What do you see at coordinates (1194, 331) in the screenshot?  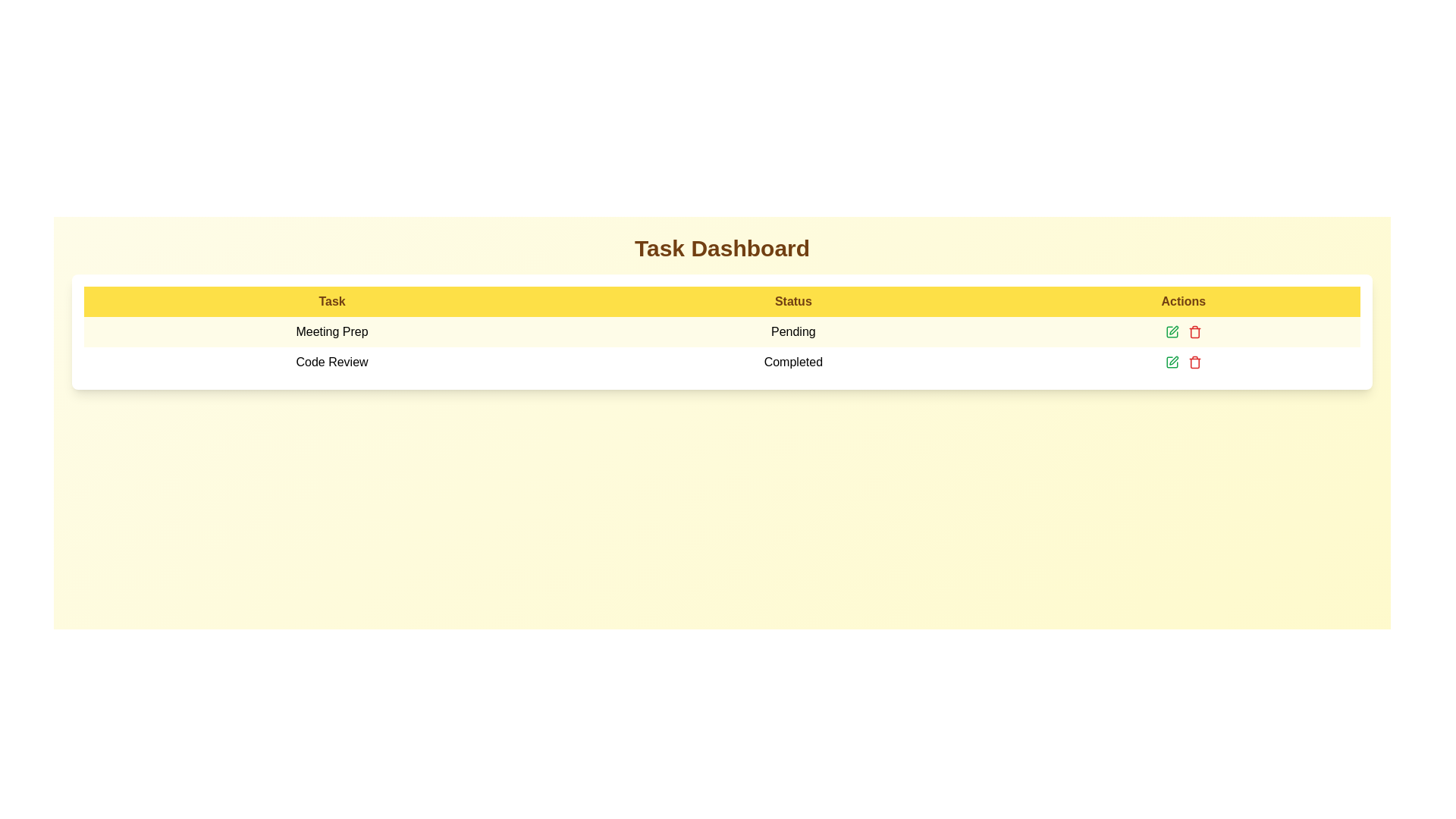 I see `the red trash can icon button, which is the second interactive icon in the 'Actions' column of the second row of the table` at bounding box center [1194, 331].